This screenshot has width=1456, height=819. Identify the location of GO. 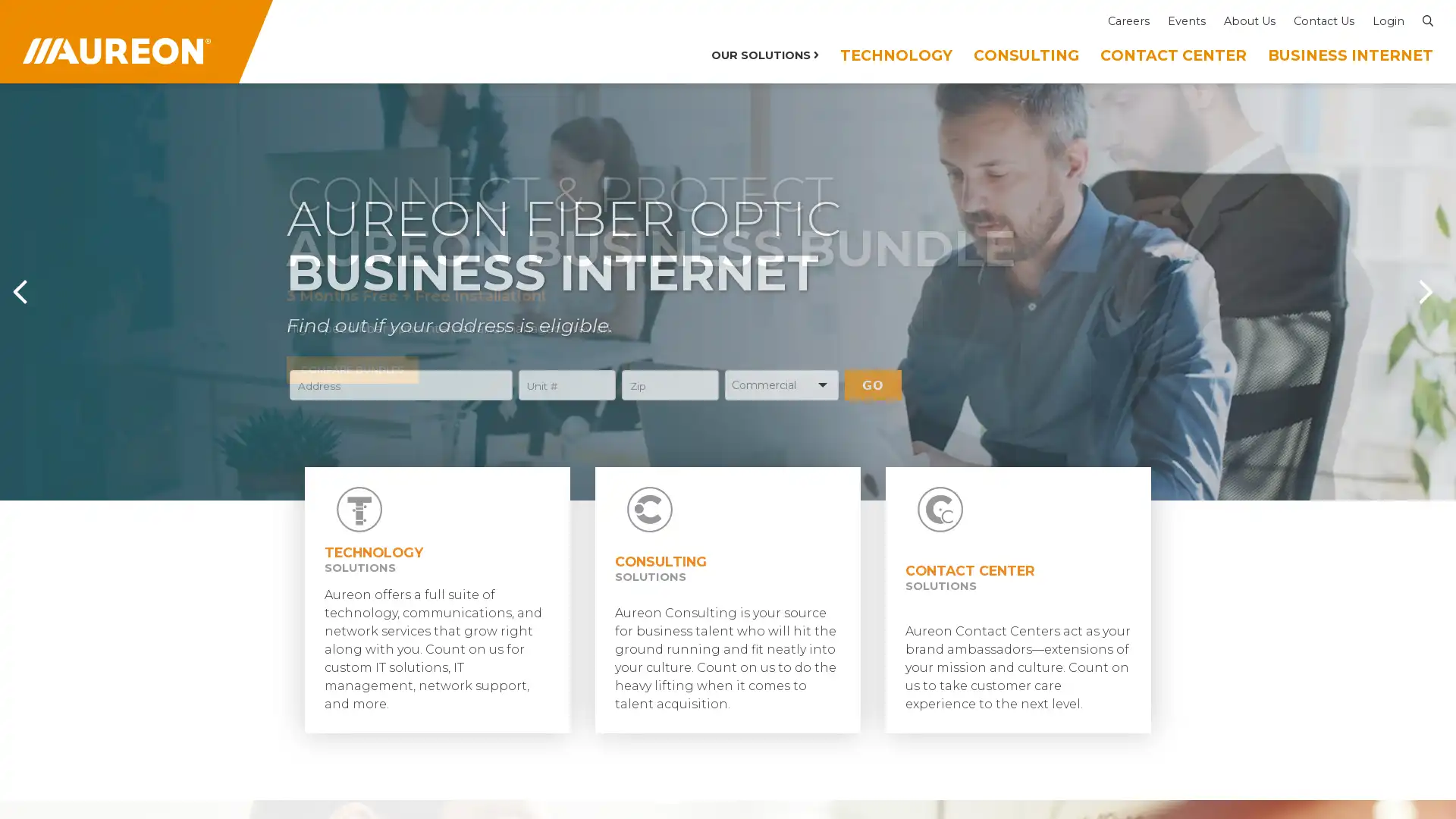
(872, 384).